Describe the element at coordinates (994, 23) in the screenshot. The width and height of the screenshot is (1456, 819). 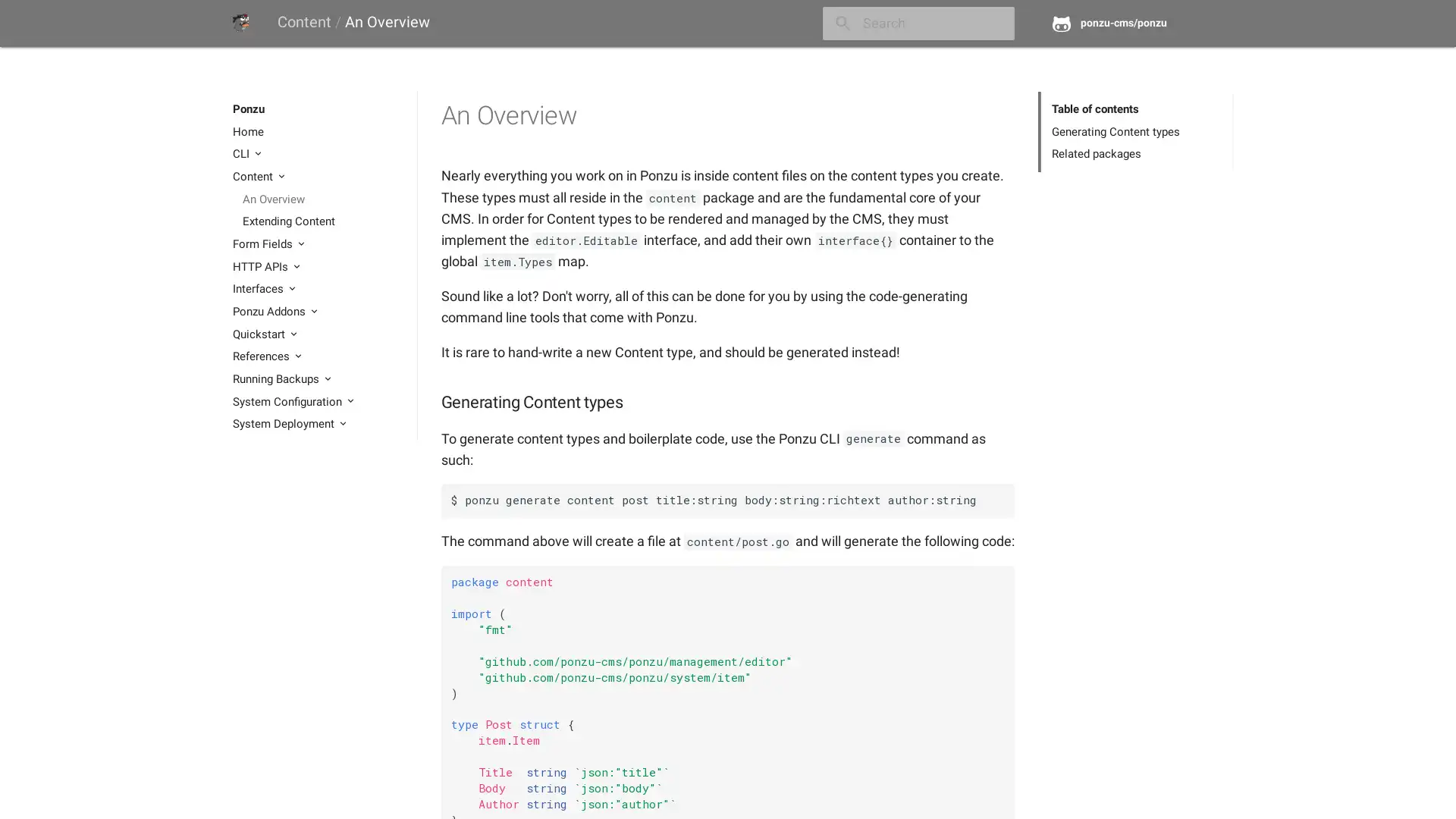
I see `close` at that location.